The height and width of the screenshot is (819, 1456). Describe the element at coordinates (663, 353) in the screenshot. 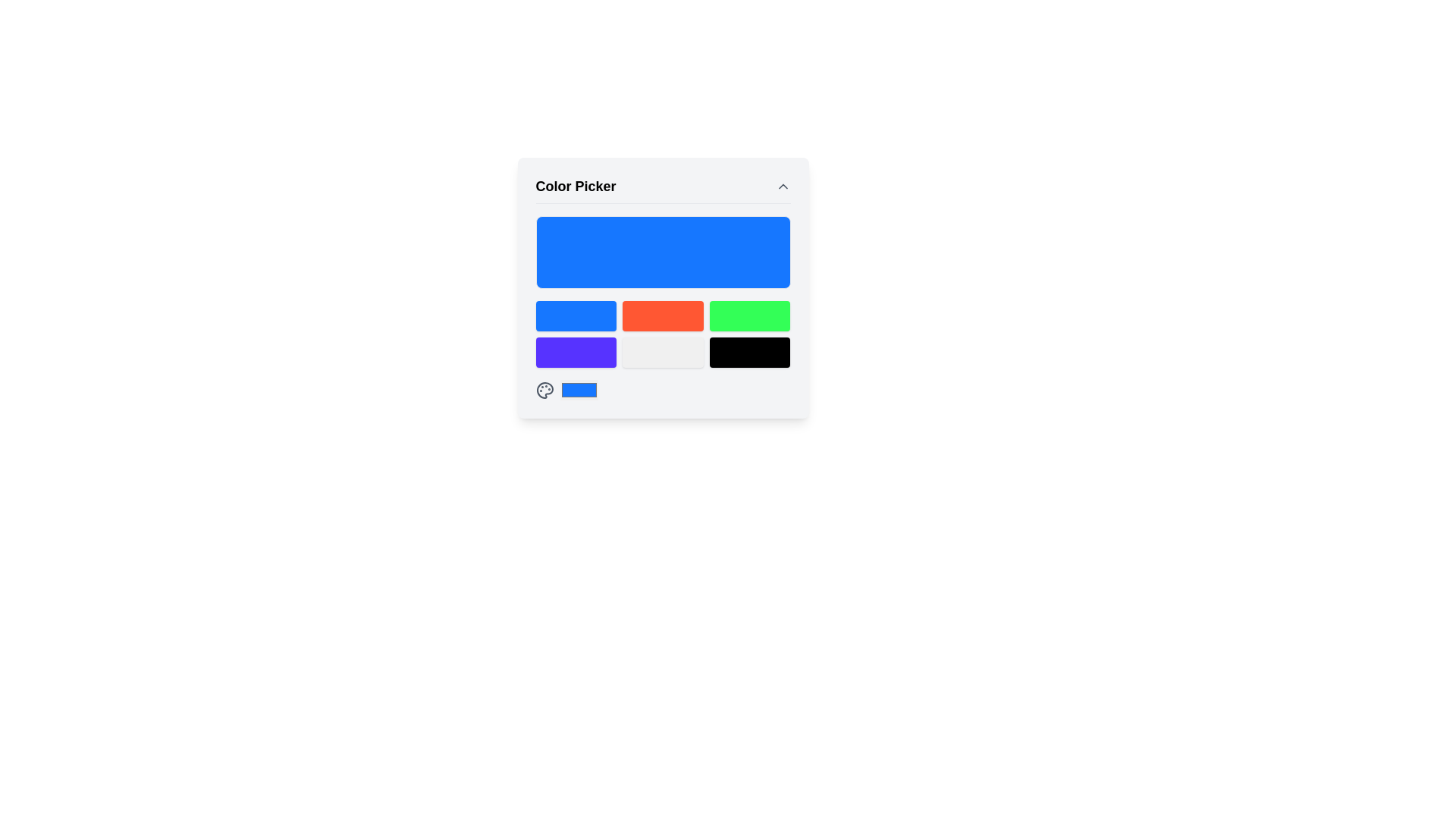

I see `the second button in the second row of the grid` at that location.